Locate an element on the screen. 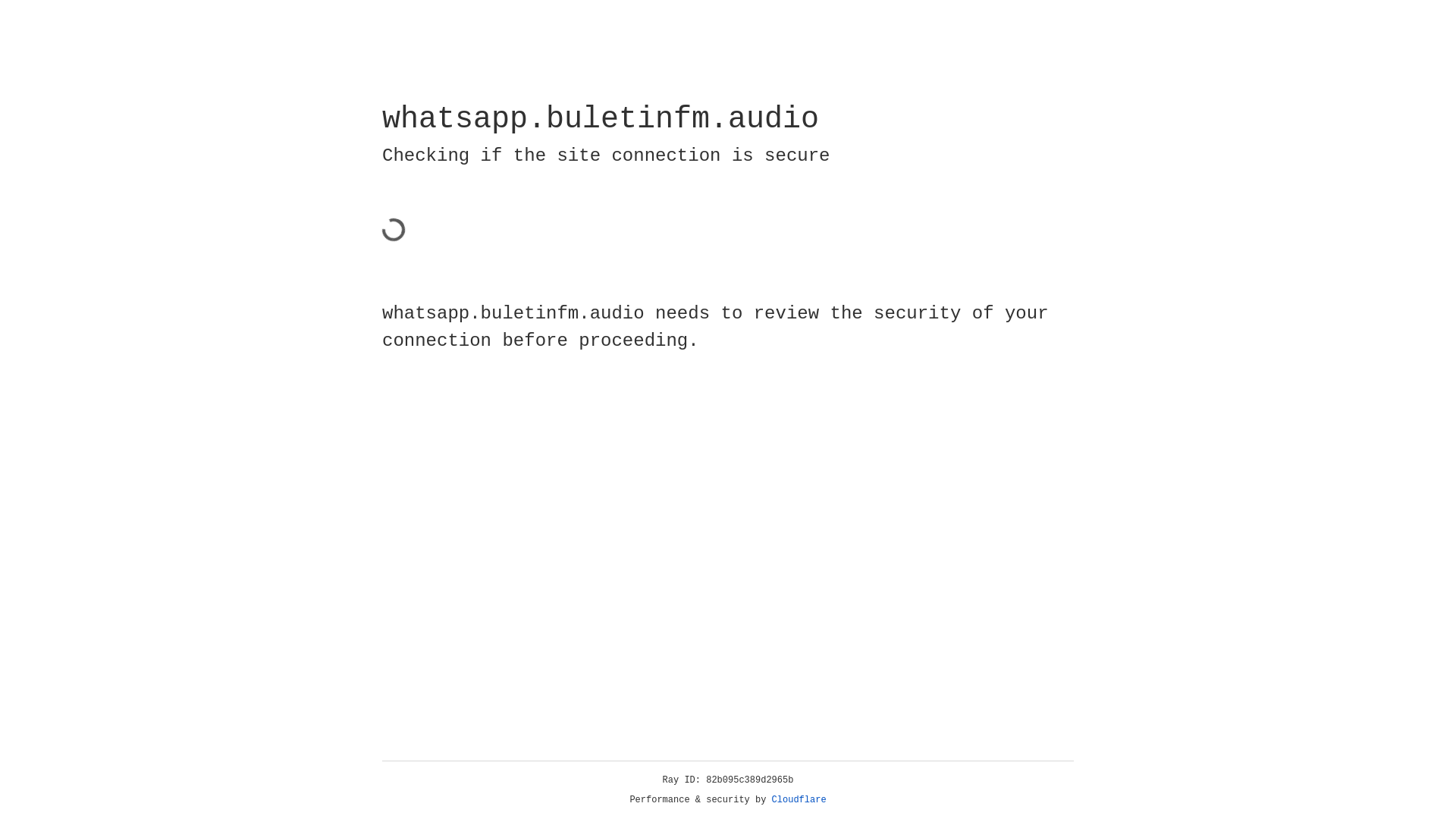  'Cloudflare' is located at coordinates (771, 799).